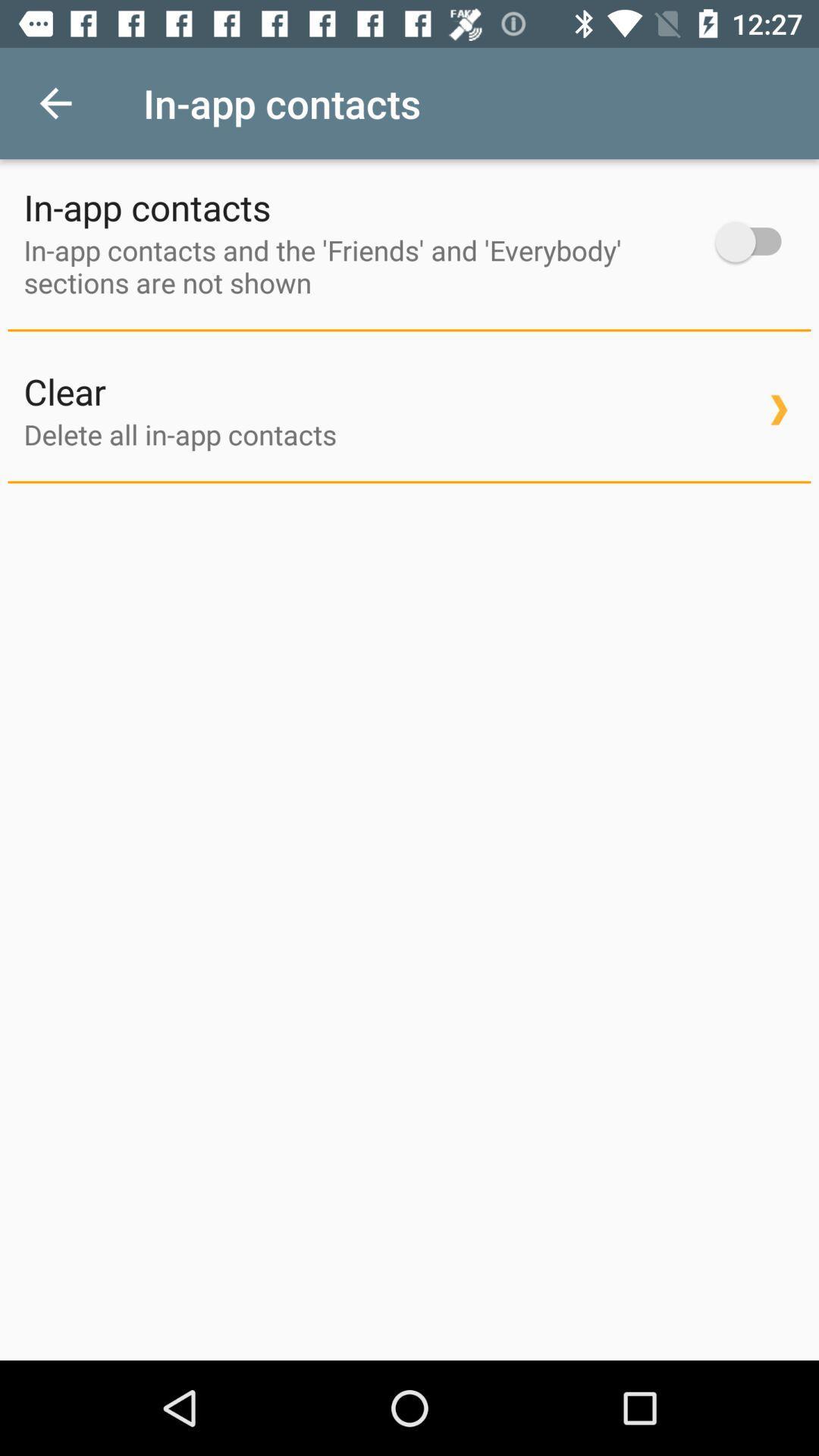  I want to click on the icon at the top left corner, so click(55, 102).